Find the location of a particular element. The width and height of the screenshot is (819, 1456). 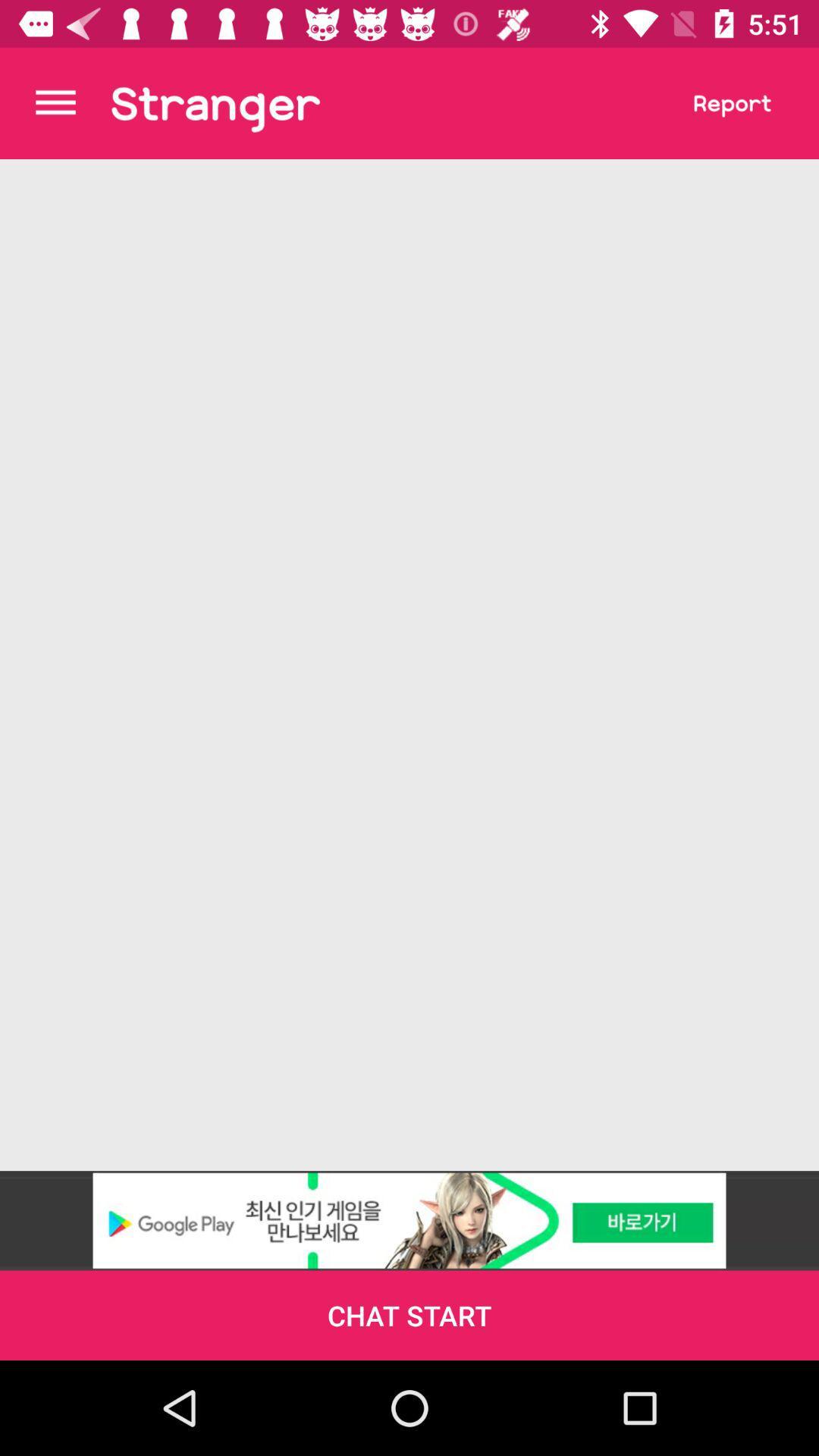

more options is located at coordinates (55, 102).